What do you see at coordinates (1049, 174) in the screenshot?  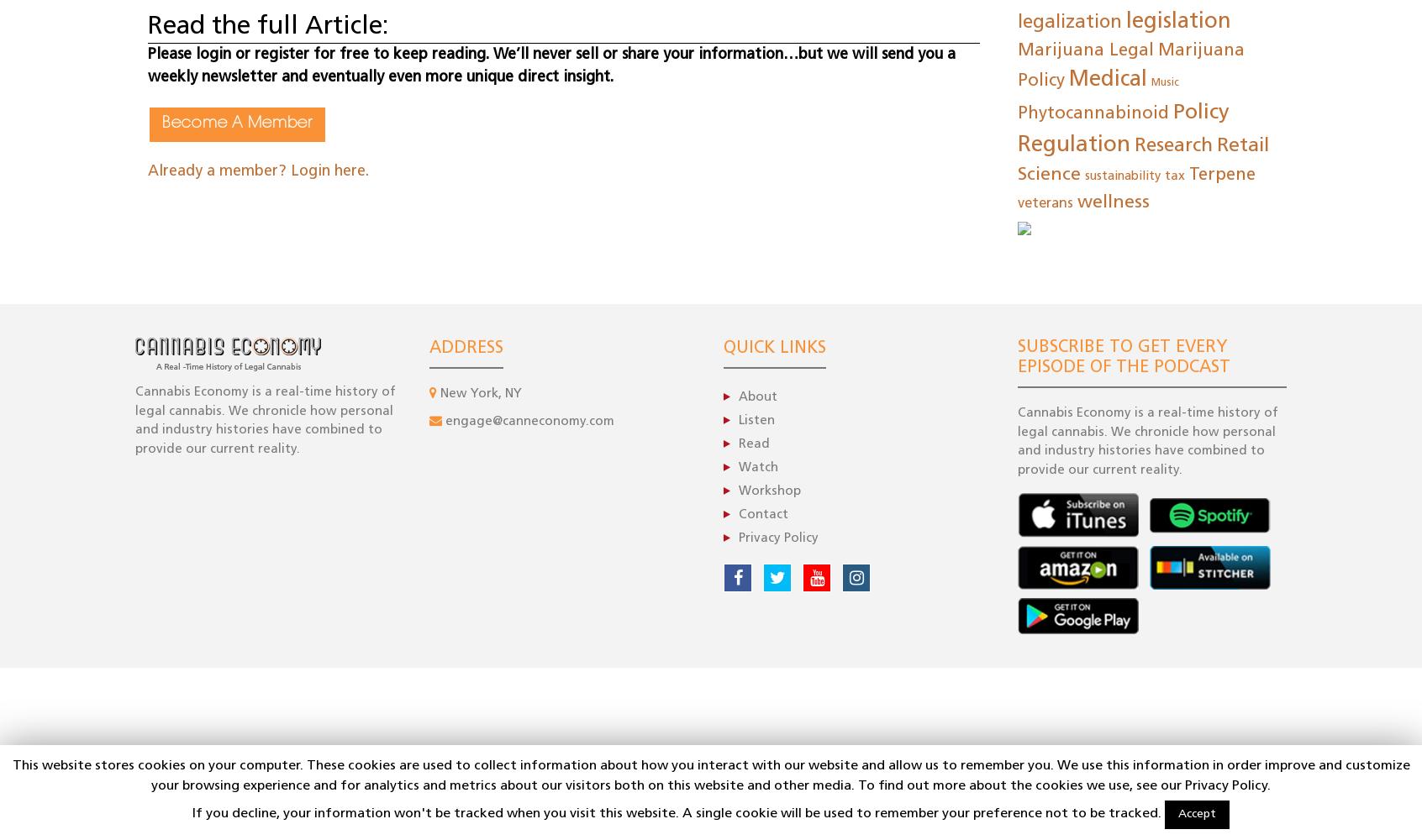 I see `'Science'` at bounding box center [1049, 174].